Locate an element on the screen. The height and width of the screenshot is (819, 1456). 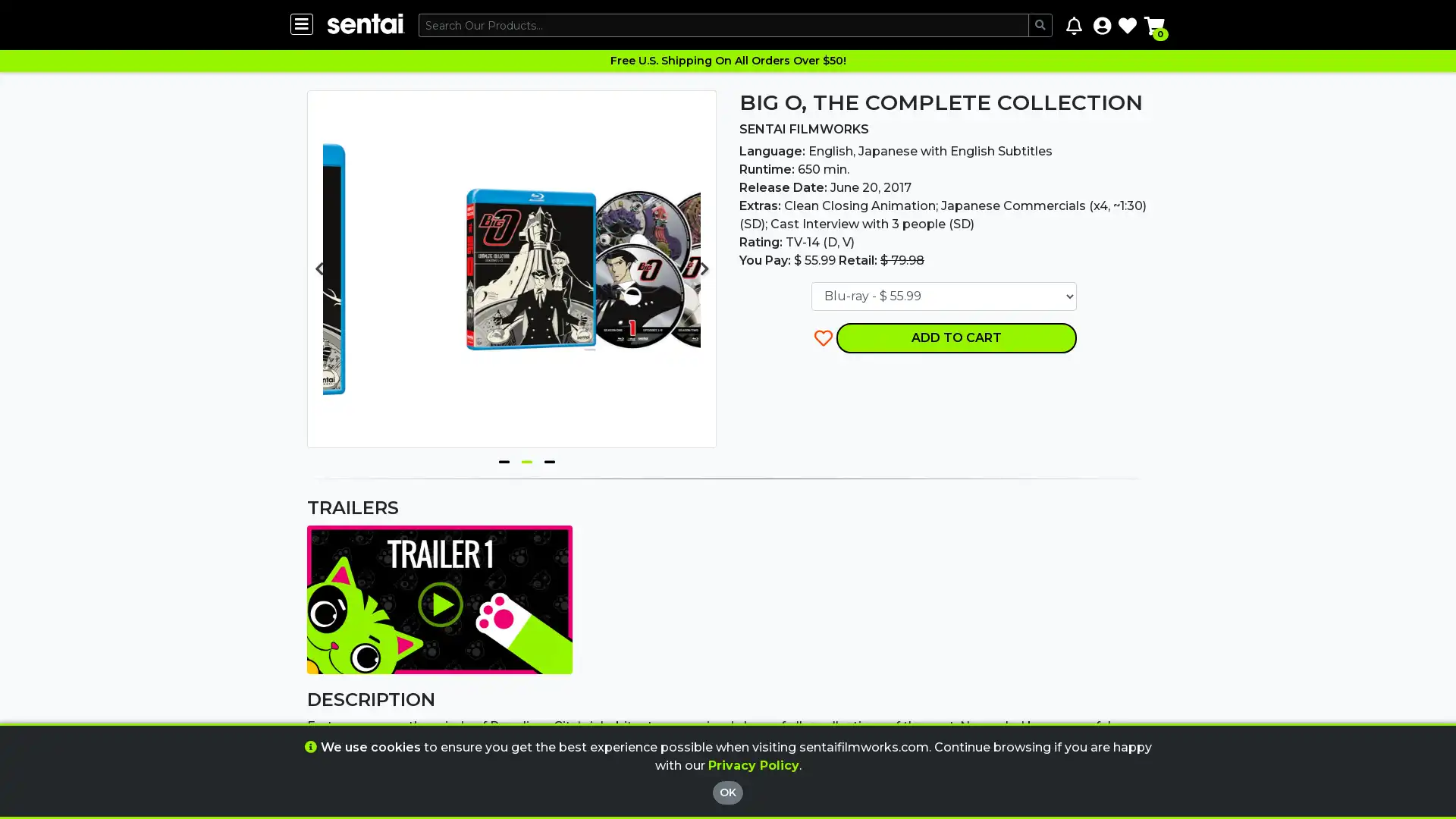
Previous is located at coordinates (318, 268).